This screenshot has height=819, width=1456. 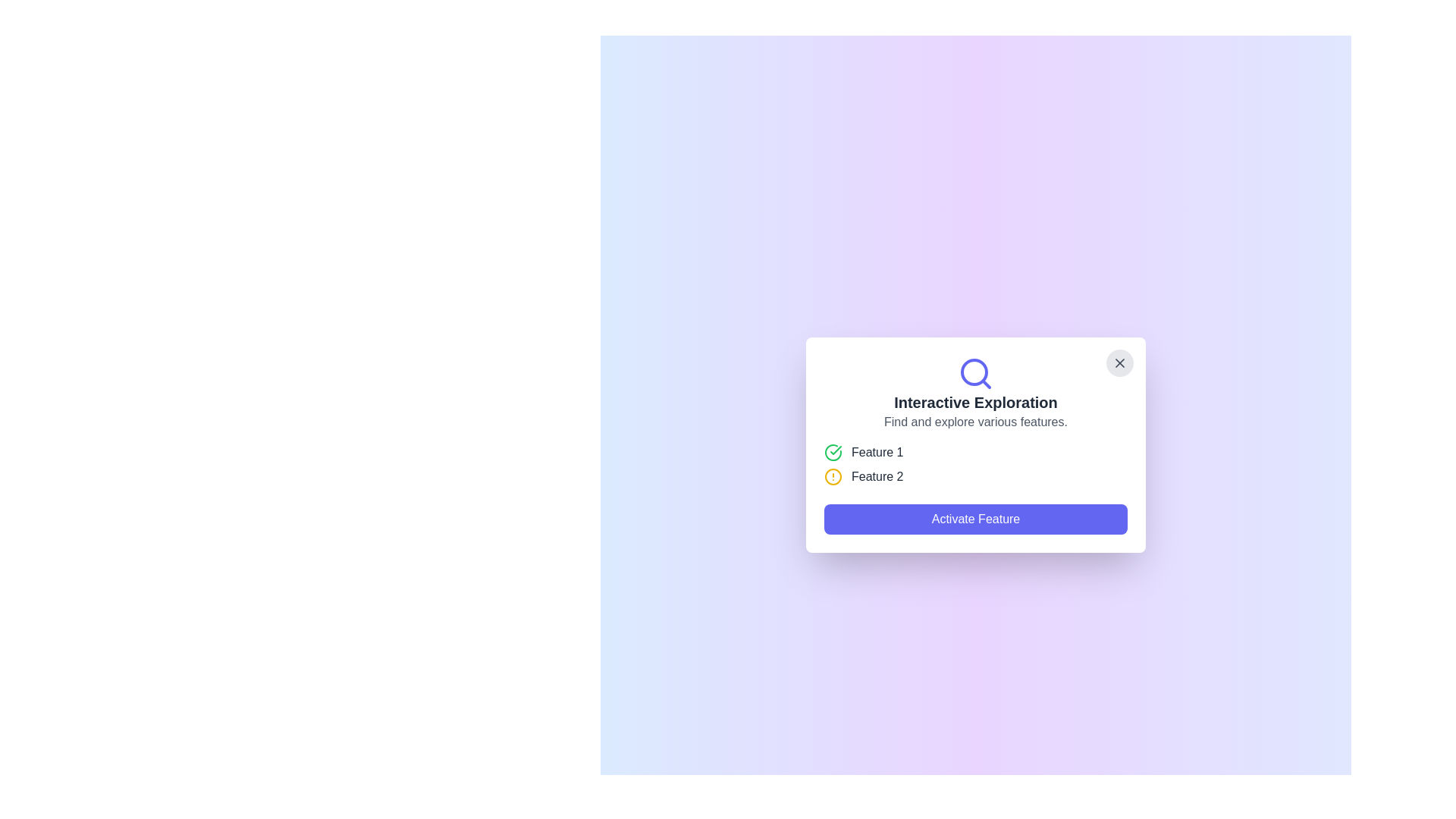 What do you see at coordinates (877, 475) in the screenshot?
I see `the 'Feature 2' text label located under a heading in the pop-up dialog box, positioned to the right of a yellow alert icon` at bounding box center [877, 475].